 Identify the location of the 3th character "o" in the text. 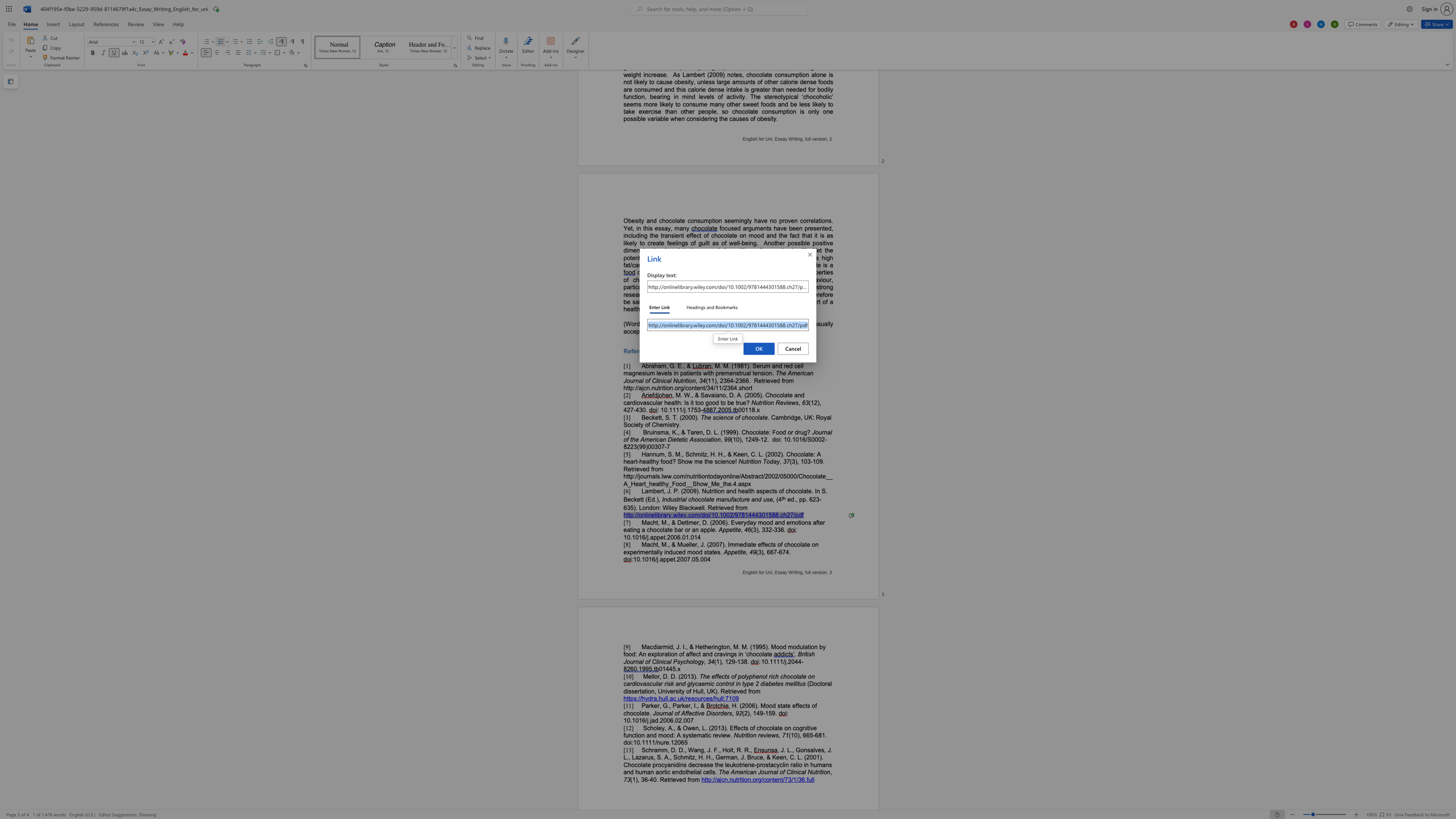
(824, 771).